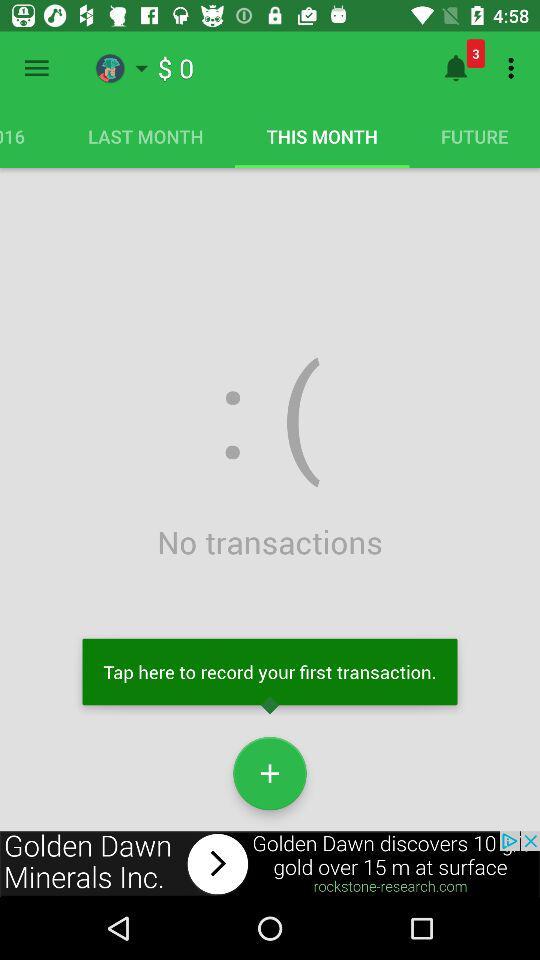 Image resolution: width=540 pixels, height=960 pixels. What do you see at coordinates (36, 68) in the screenshot?
I see `menu button` at bounding box center [36, 68].